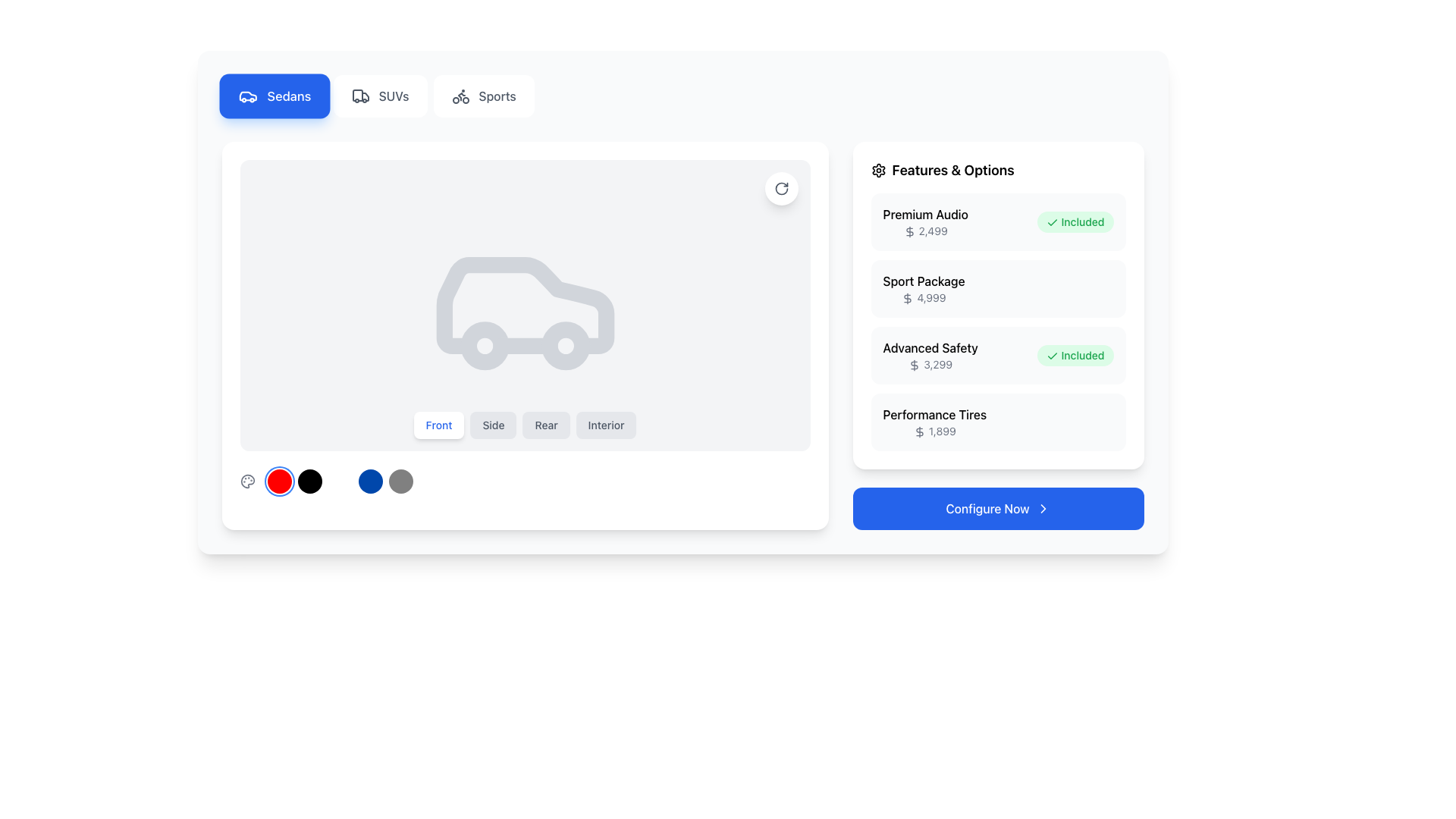  What do you see at coordinates (914, 366) in the screenshot?
I see `the monetary value icon located next to the price '3,299' under the 'Advanced Safety' feature in the 'Features & Options' section on the right-hand panel` at bounding box center [914, 366].